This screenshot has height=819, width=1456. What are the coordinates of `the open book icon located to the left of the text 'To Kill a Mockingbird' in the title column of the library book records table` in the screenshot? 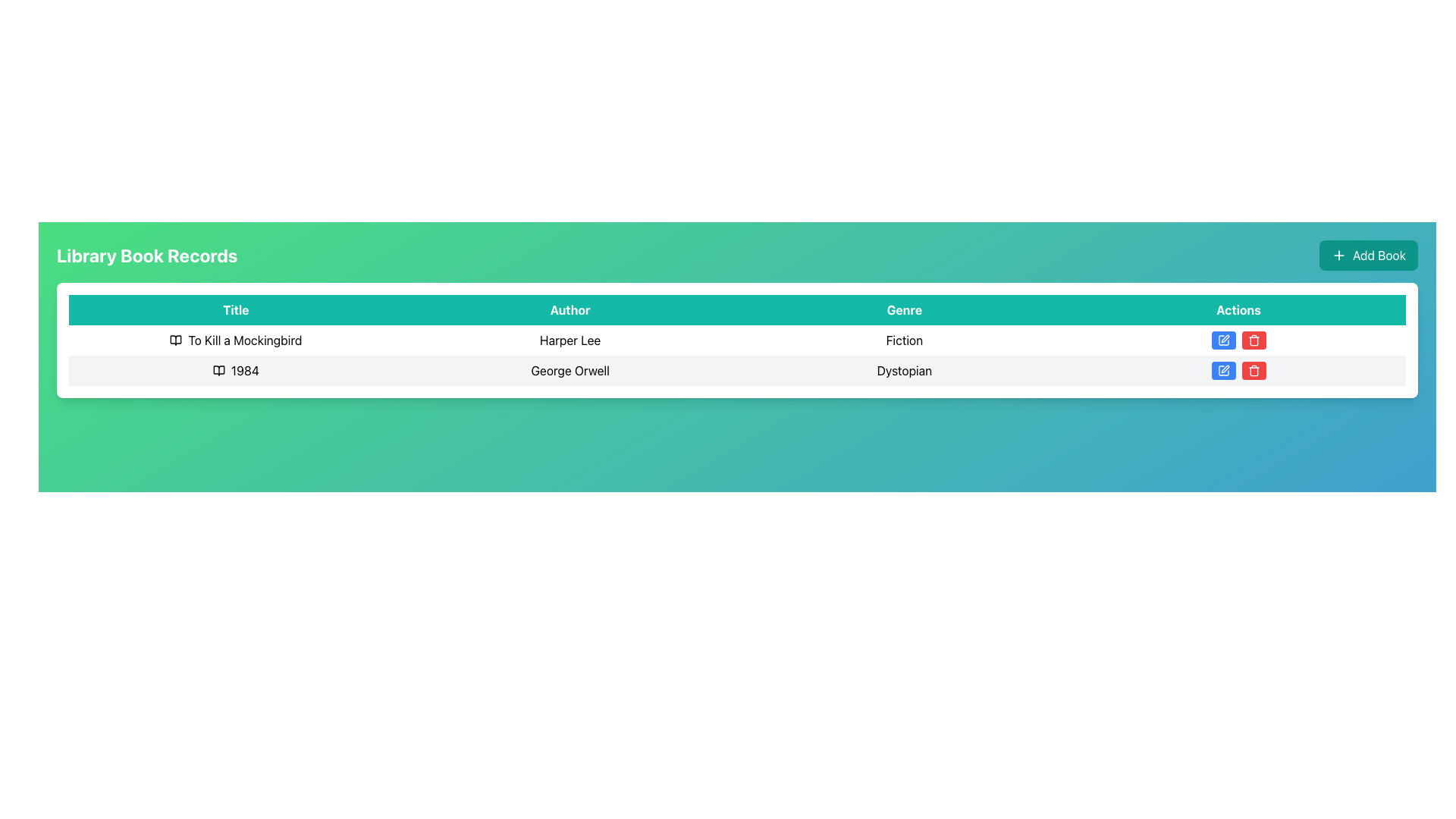 It's located at (176, 339).